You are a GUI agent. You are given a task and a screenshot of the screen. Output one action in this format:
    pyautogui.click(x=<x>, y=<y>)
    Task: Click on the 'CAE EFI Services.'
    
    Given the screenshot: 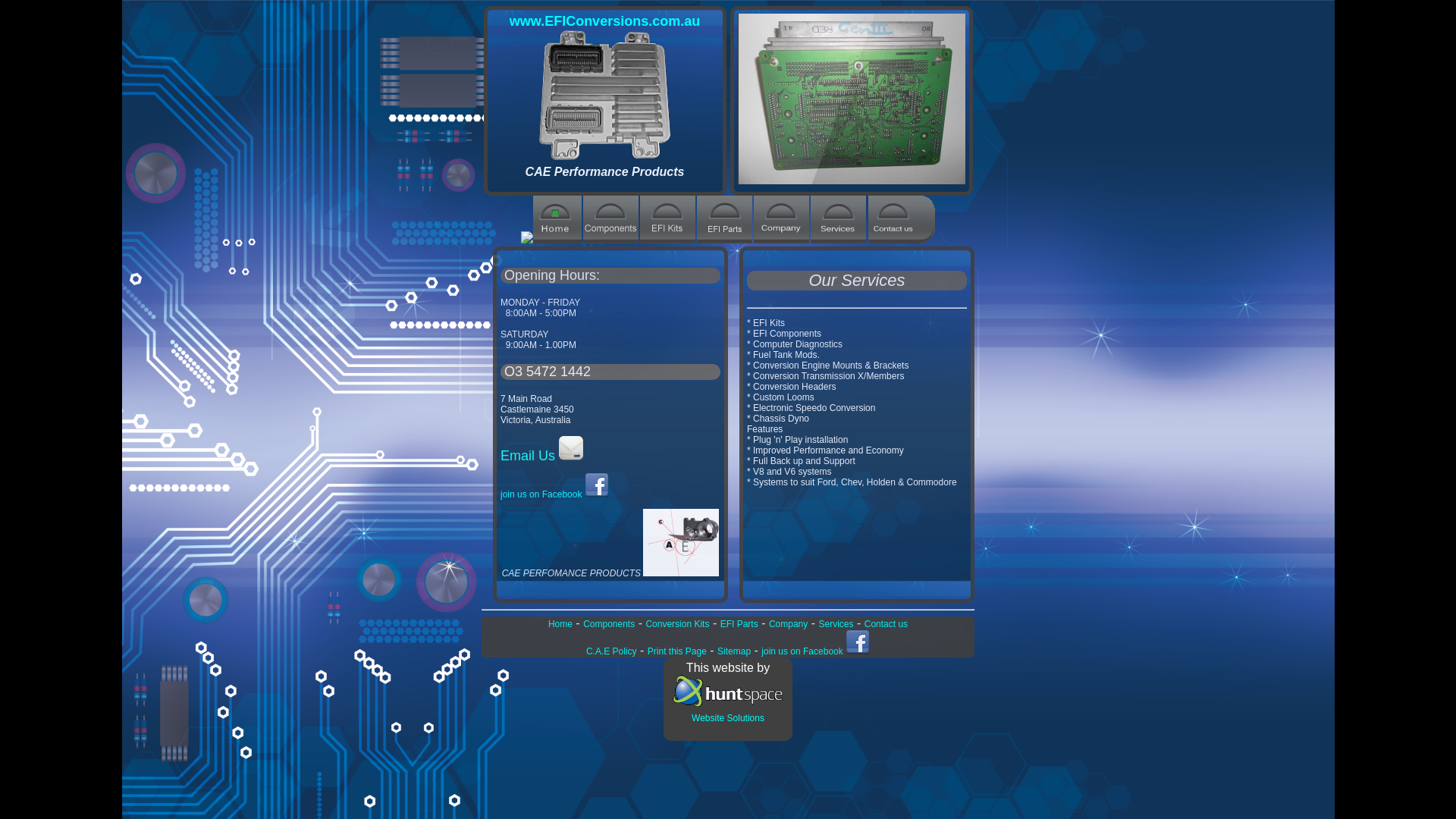 What is the action you would take?
    pyautogui.click(x=837, y=239)
    